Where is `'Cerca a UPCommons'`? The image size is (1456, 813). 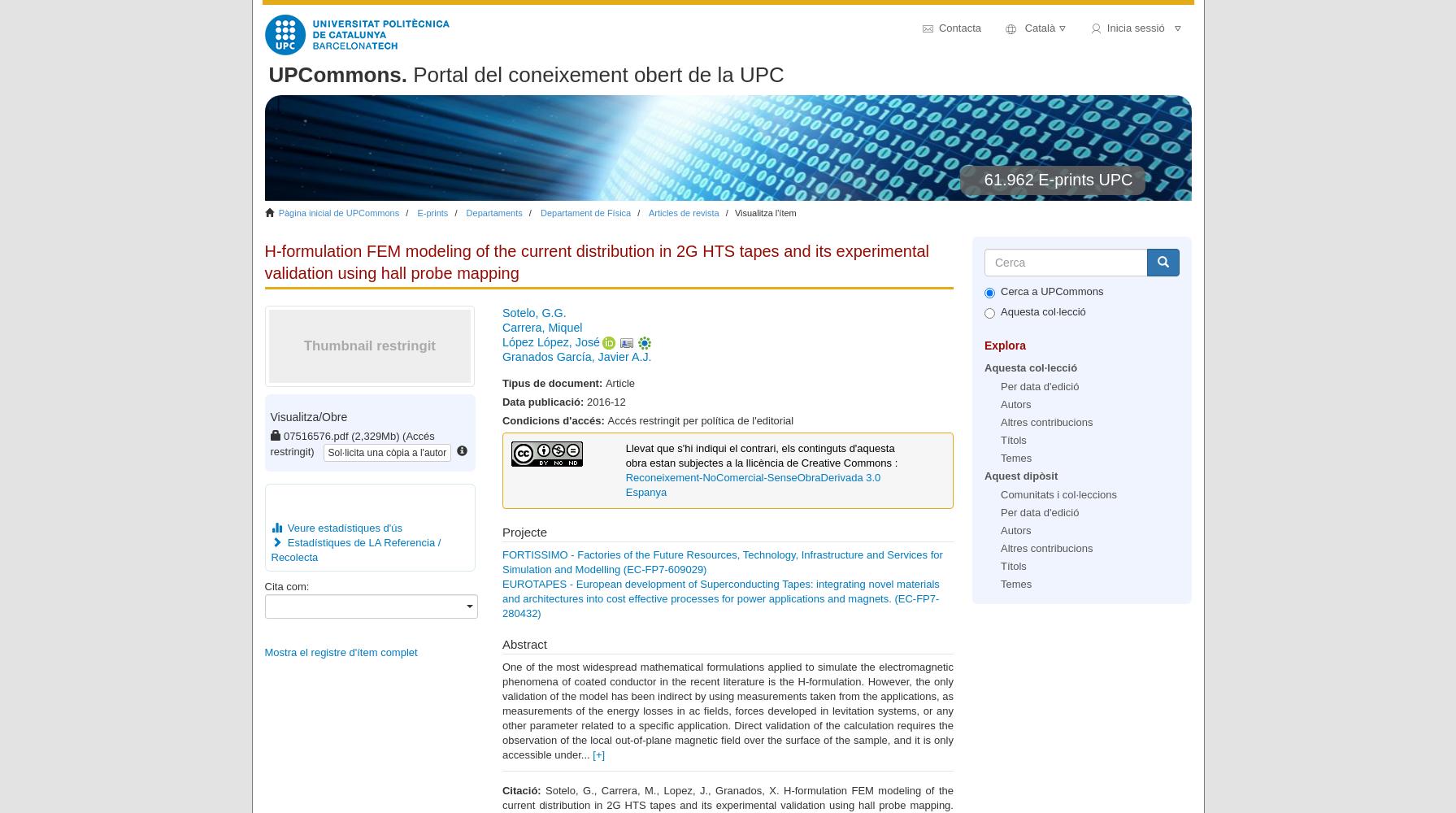
'Cerca a UPCommons' is located at coordinates (1050, 289).